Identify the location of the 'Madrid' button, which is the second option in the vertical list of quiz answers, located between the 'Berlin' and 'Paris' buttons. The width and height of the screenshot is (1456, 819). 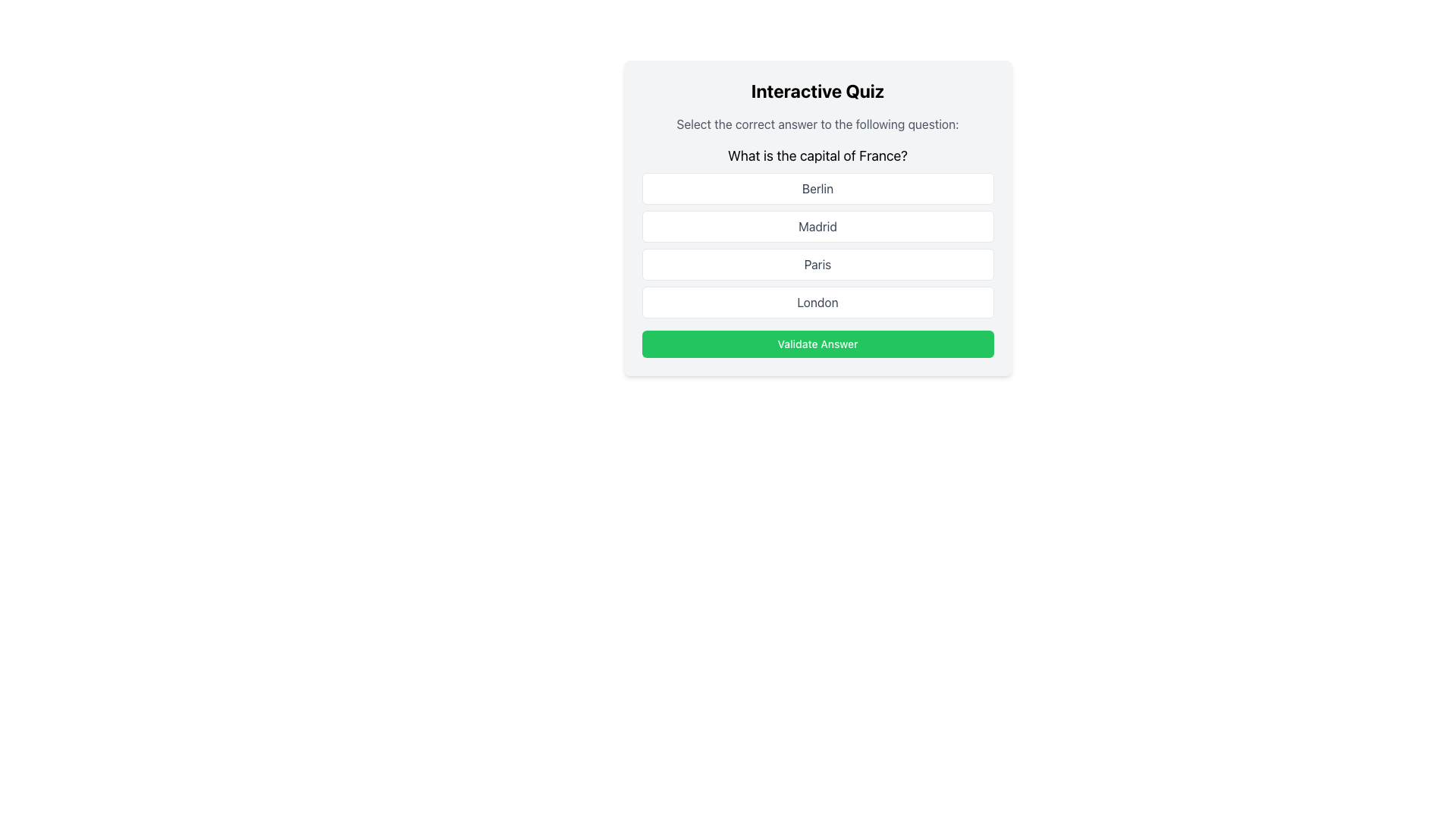
(817, 227).